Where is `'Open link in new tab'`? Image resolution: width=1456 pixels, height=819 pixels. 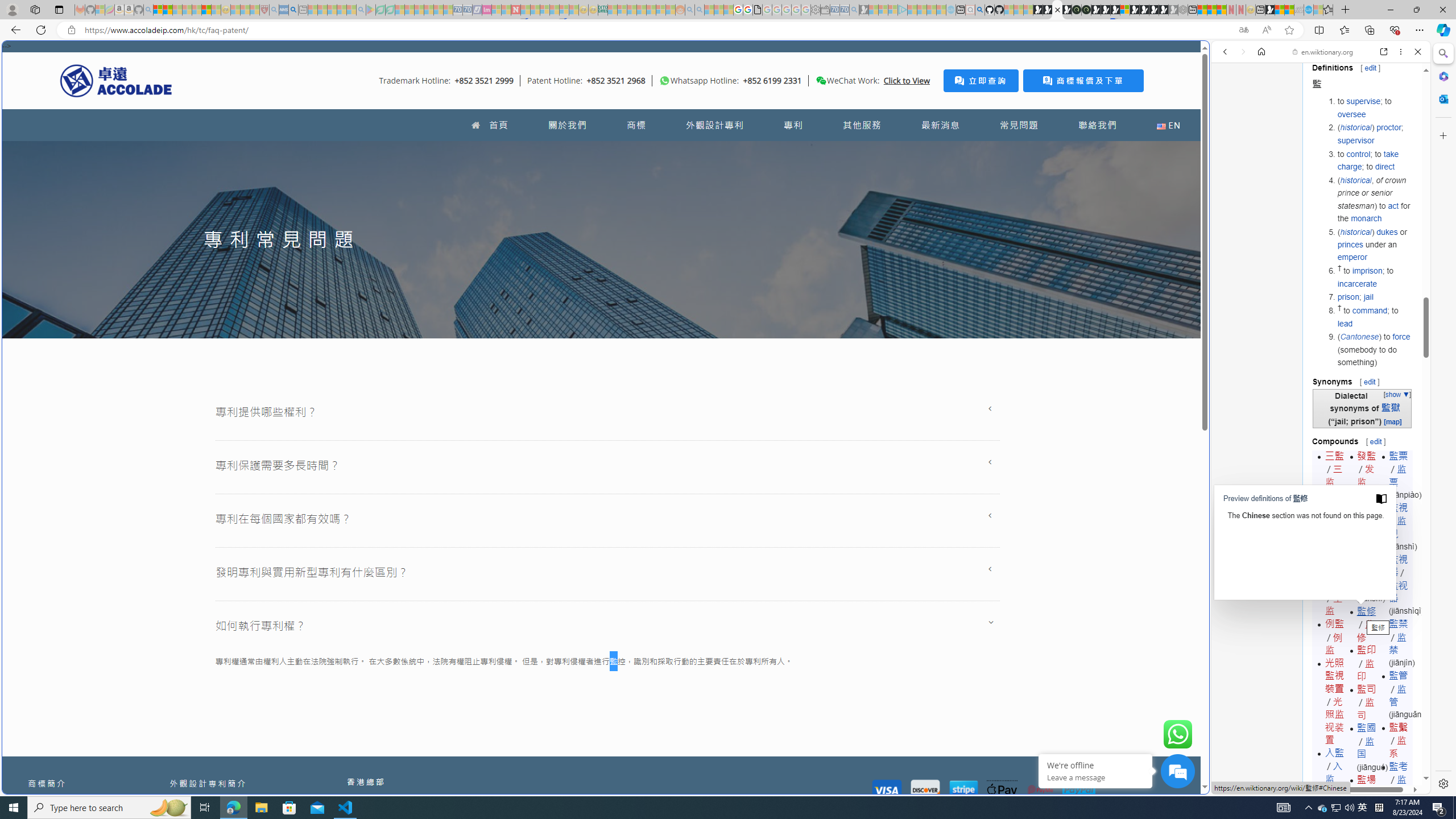 'Open link in new tab' is located at coordinates (1384, 51).